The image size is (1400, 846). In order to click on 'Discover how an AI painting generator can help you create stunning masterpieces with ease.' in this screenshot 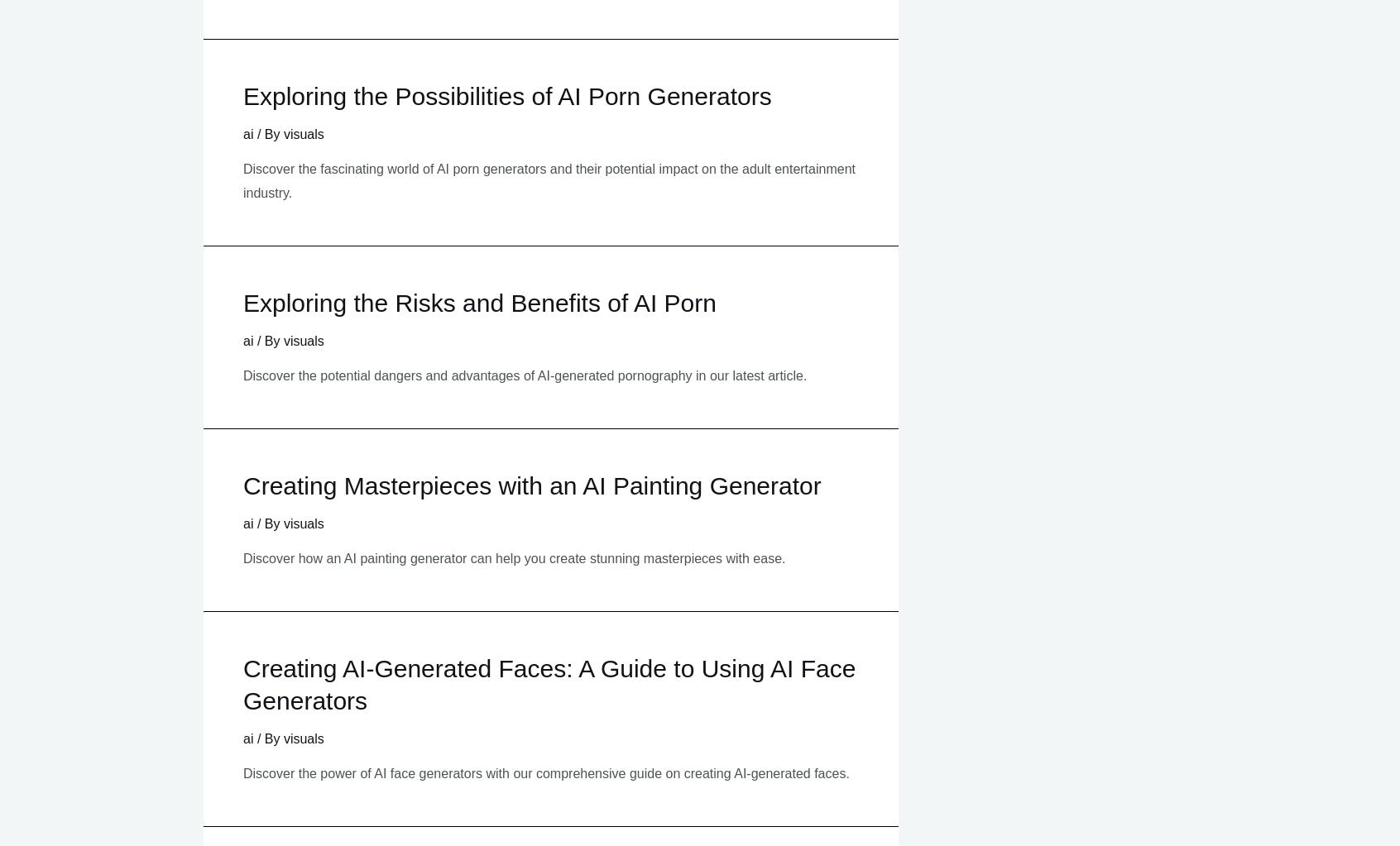, I will do `click(242, 557)`.